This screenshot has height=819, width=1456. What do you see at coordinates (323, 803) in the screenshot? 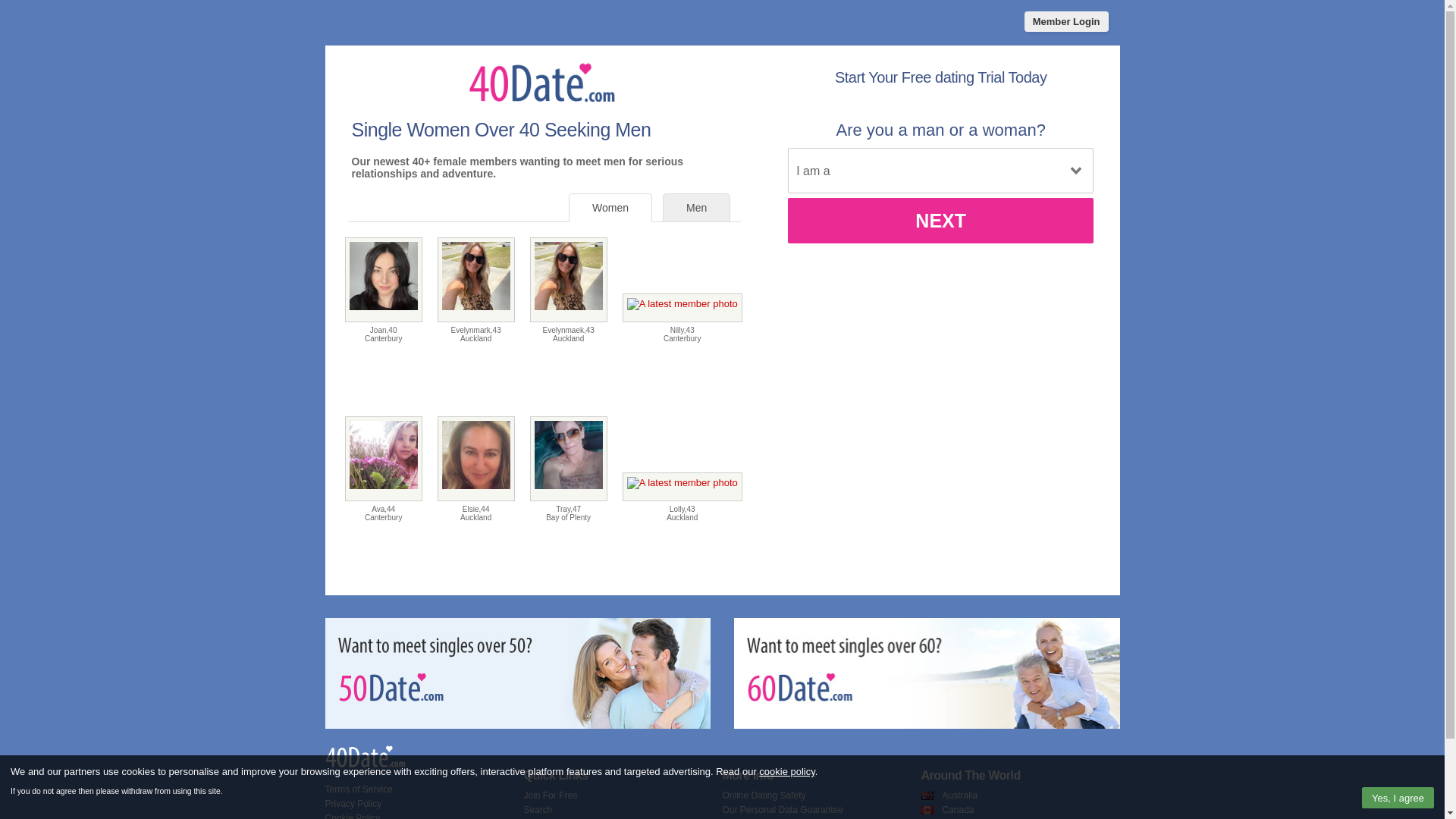
I see `'Privacy Policy'` at bounding box center [323, 803].